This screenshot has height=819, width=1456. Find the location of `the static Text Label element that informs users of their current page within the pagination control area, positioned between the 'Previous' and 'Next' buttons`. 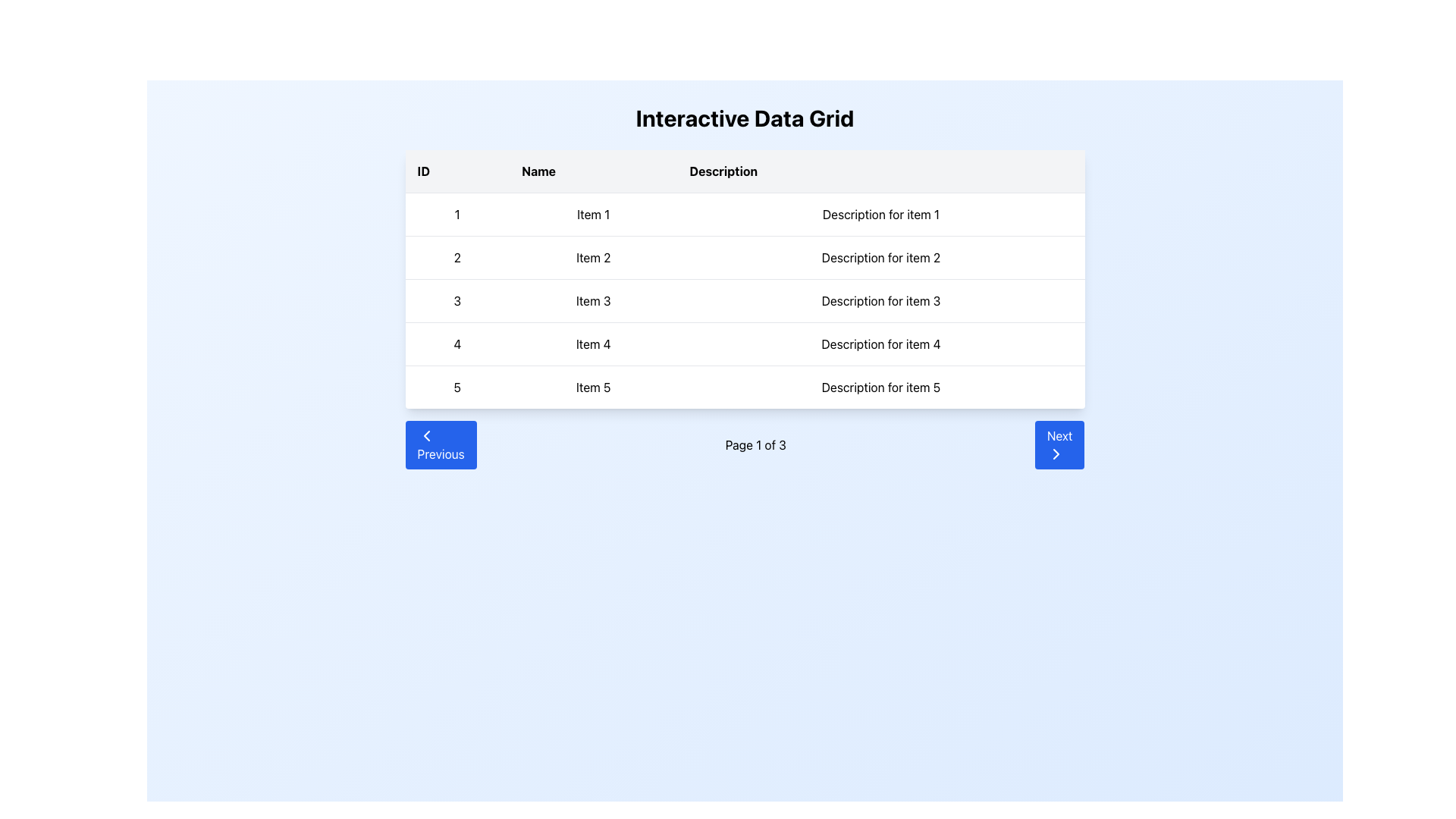

the static Text Label element that informs users of their current page within the pagination control area, positioned between the 'Previous' and 'Next' buttons is located at coordinates (755, 444).